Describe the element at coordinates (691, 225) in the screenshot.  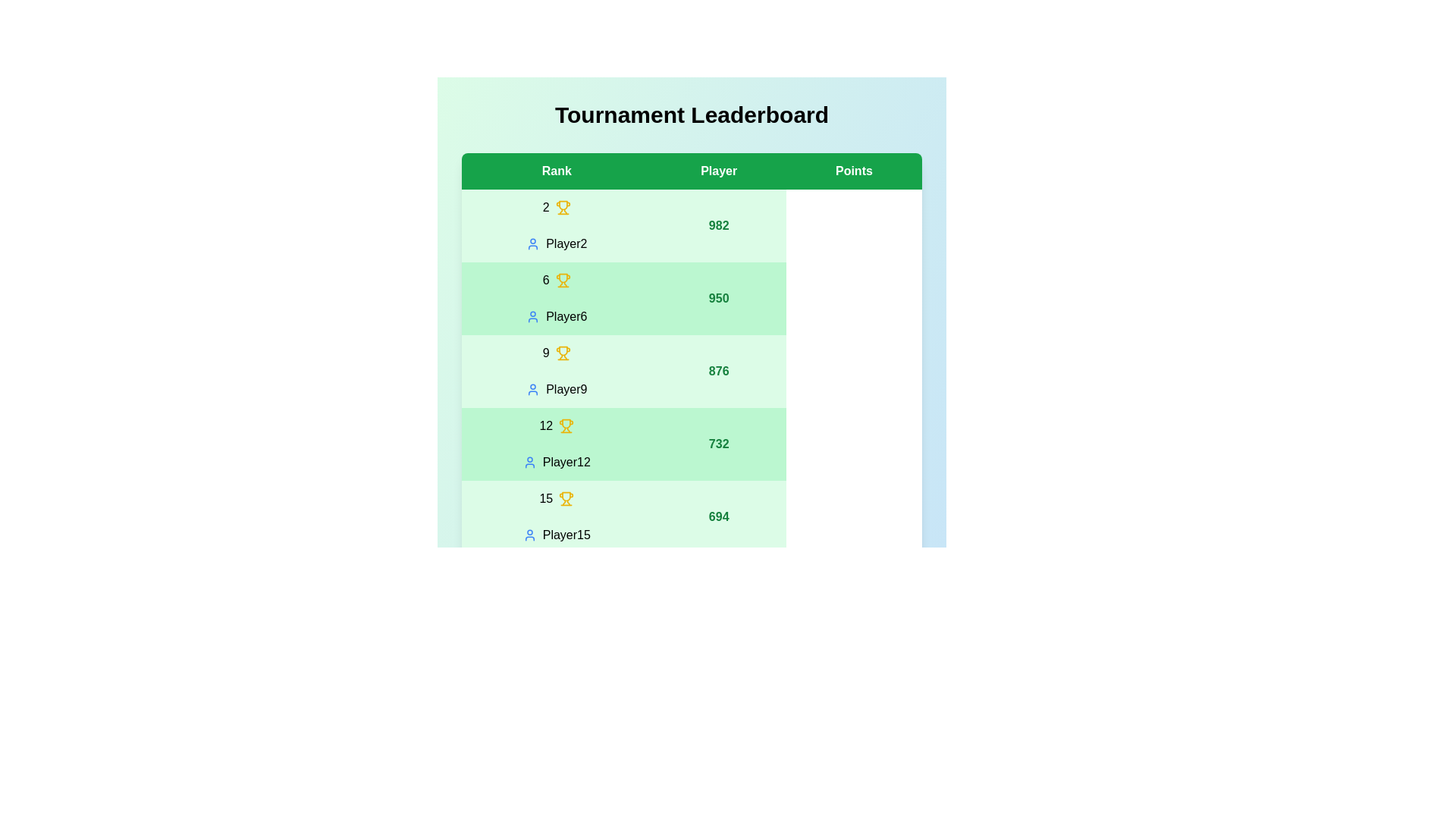
I see `the row corresponding to rank 2` at that location.